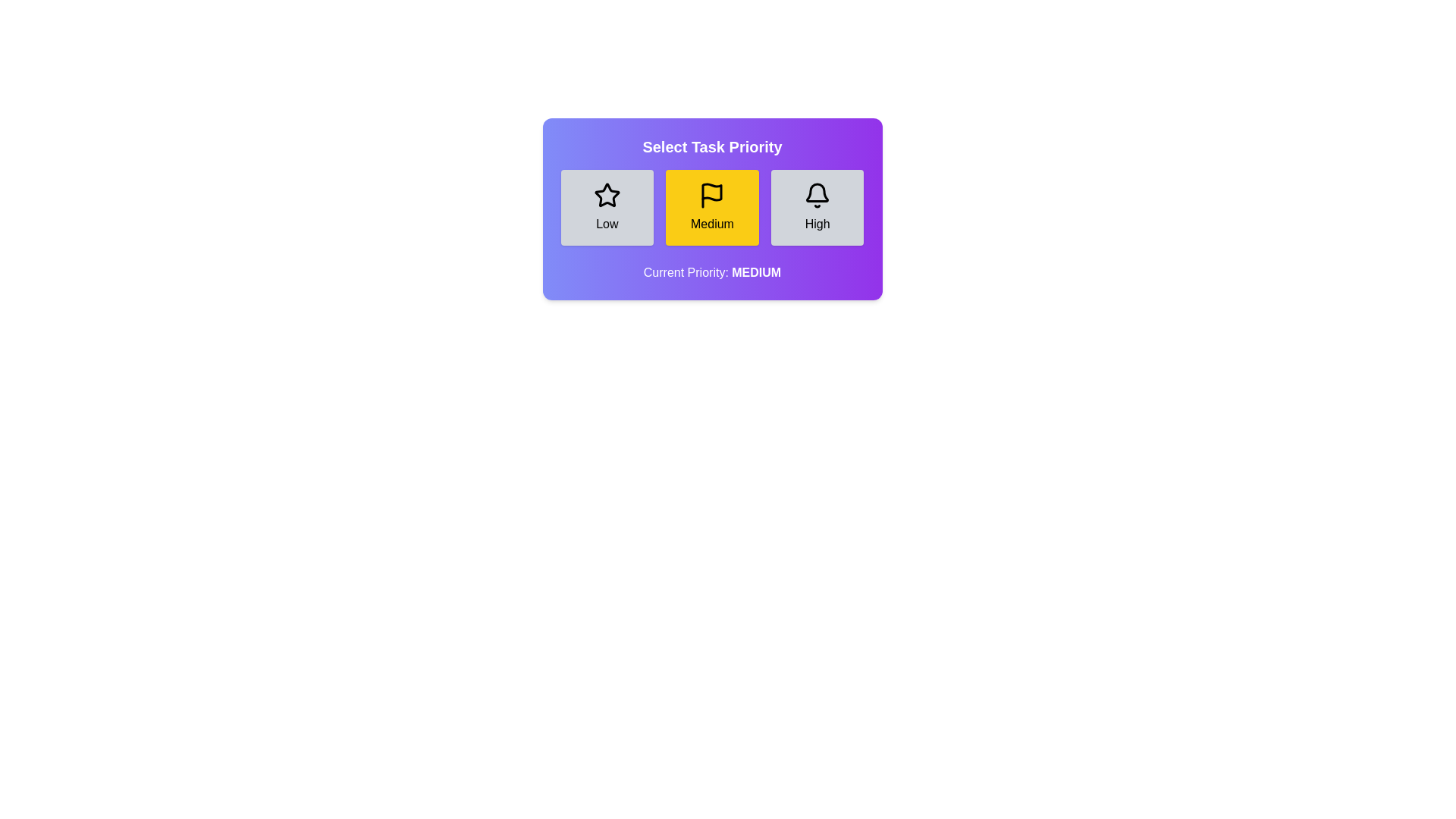 The height and width of the screenshot is (819, 1456). Describe the element at coordinates (607, 207) in the screenshot. I see `the priority button labeled Low to observe its hover effect` at that location.